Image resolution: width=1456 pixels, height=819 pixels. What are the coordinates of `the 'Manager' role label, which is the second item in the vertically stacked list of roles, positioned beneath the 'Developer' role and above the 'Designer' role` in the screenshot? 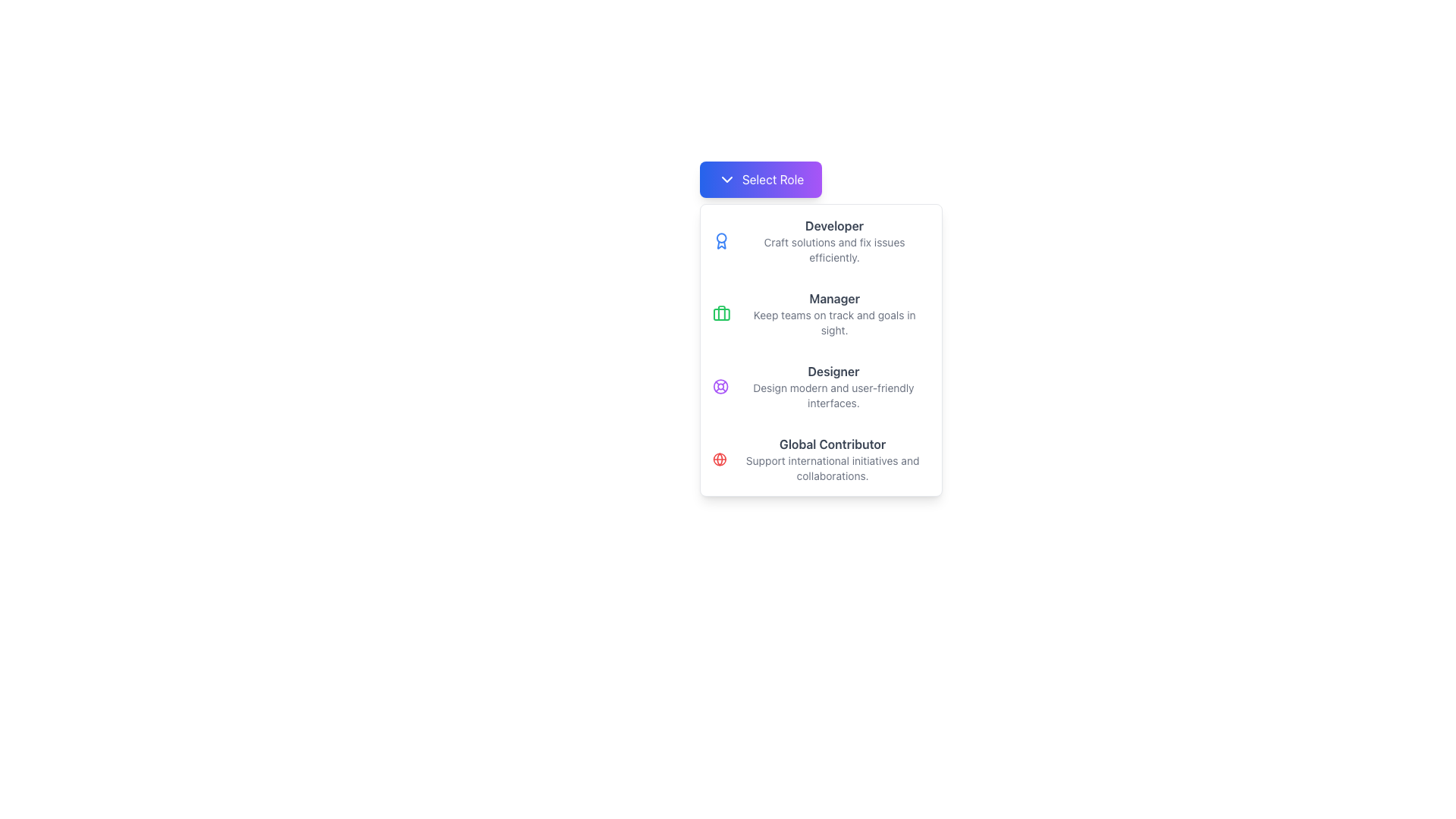 It's located at (833, 298).